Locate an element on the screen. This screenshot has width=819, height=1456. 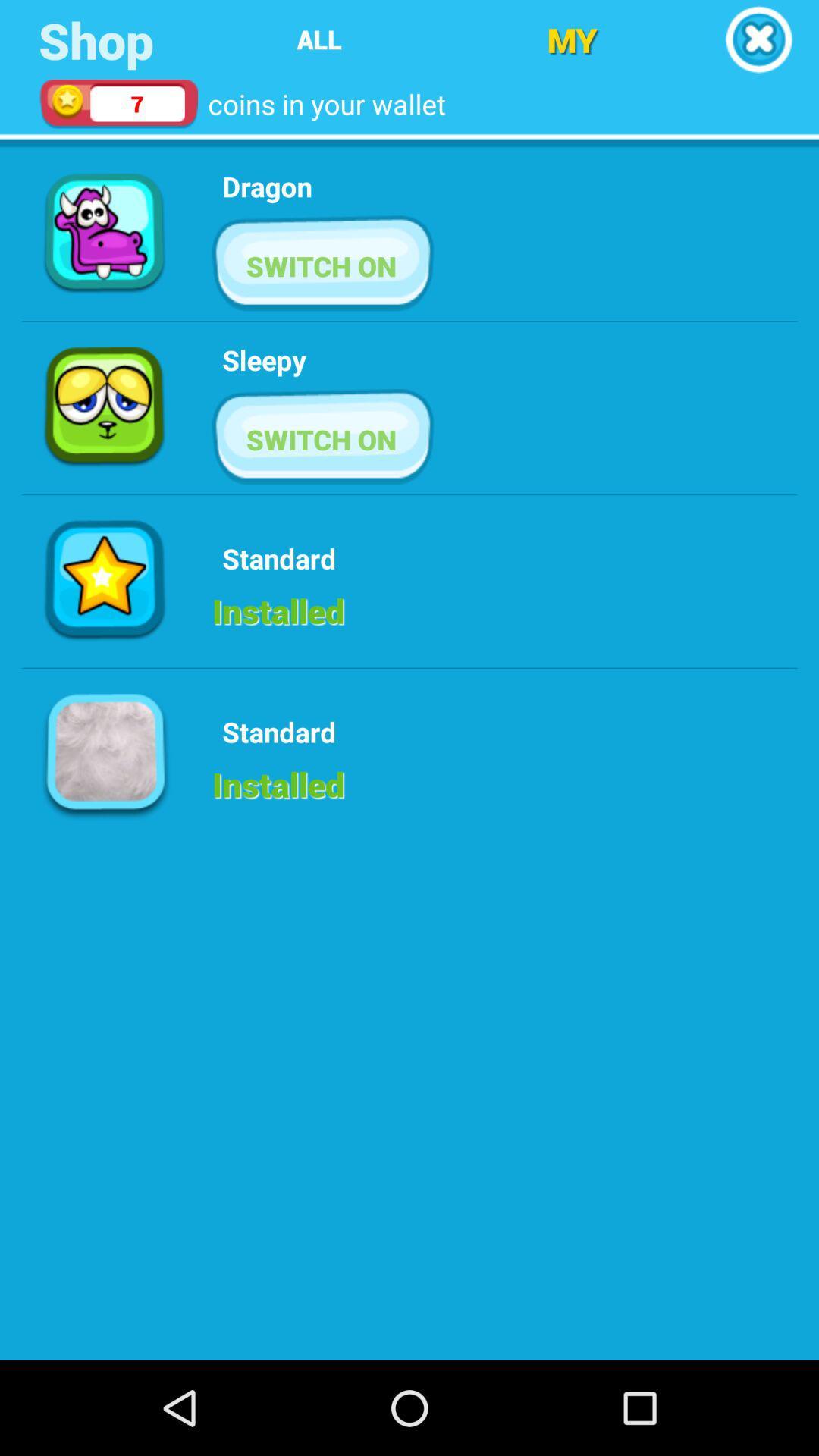
app below the coins in your is located at coordinates (266, 185).